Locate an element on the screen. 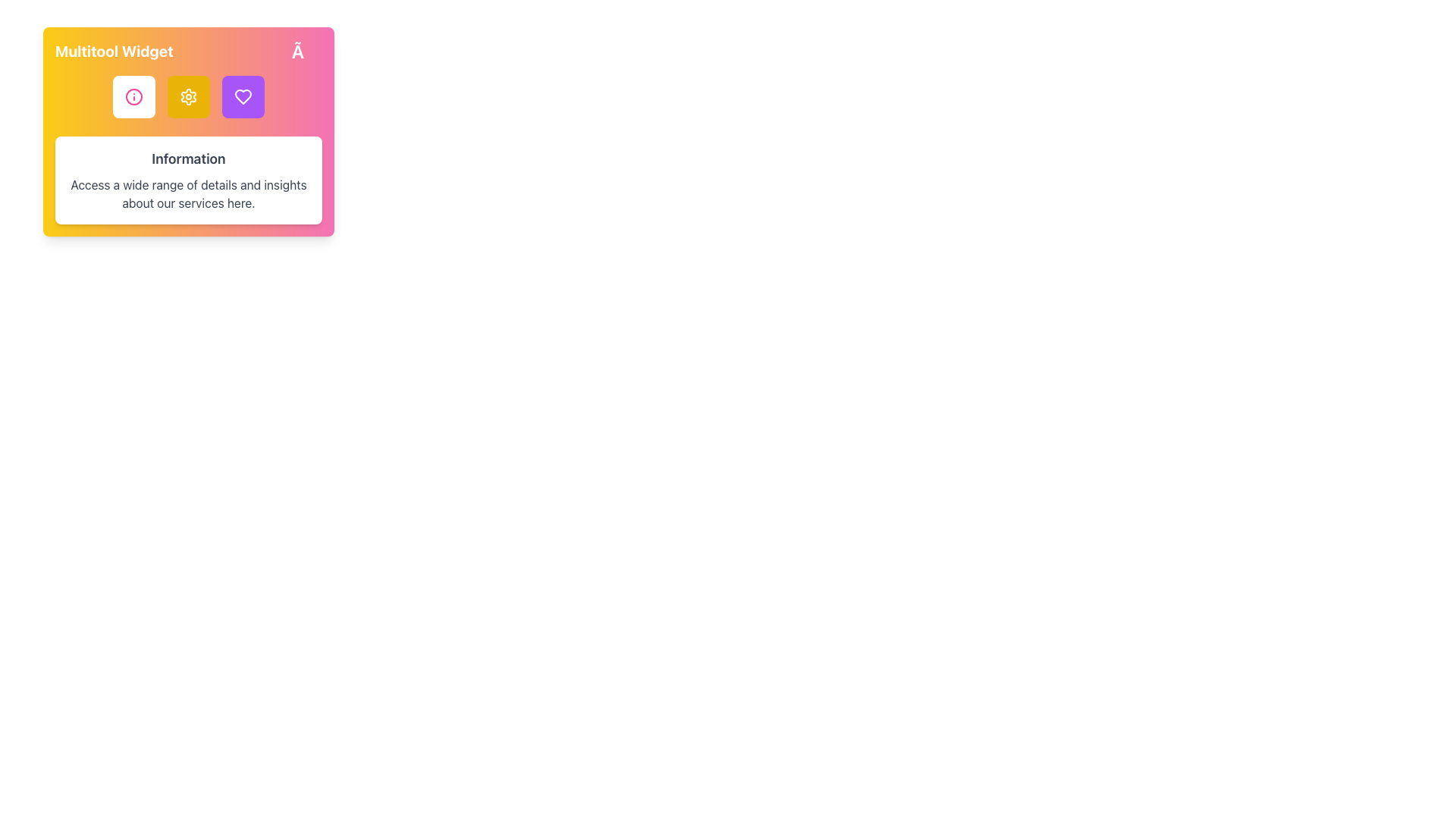 This screenshot has width=1456, height=819. the settings button located between the pink information button and the purple heart button is located at coordinates (188, 96).